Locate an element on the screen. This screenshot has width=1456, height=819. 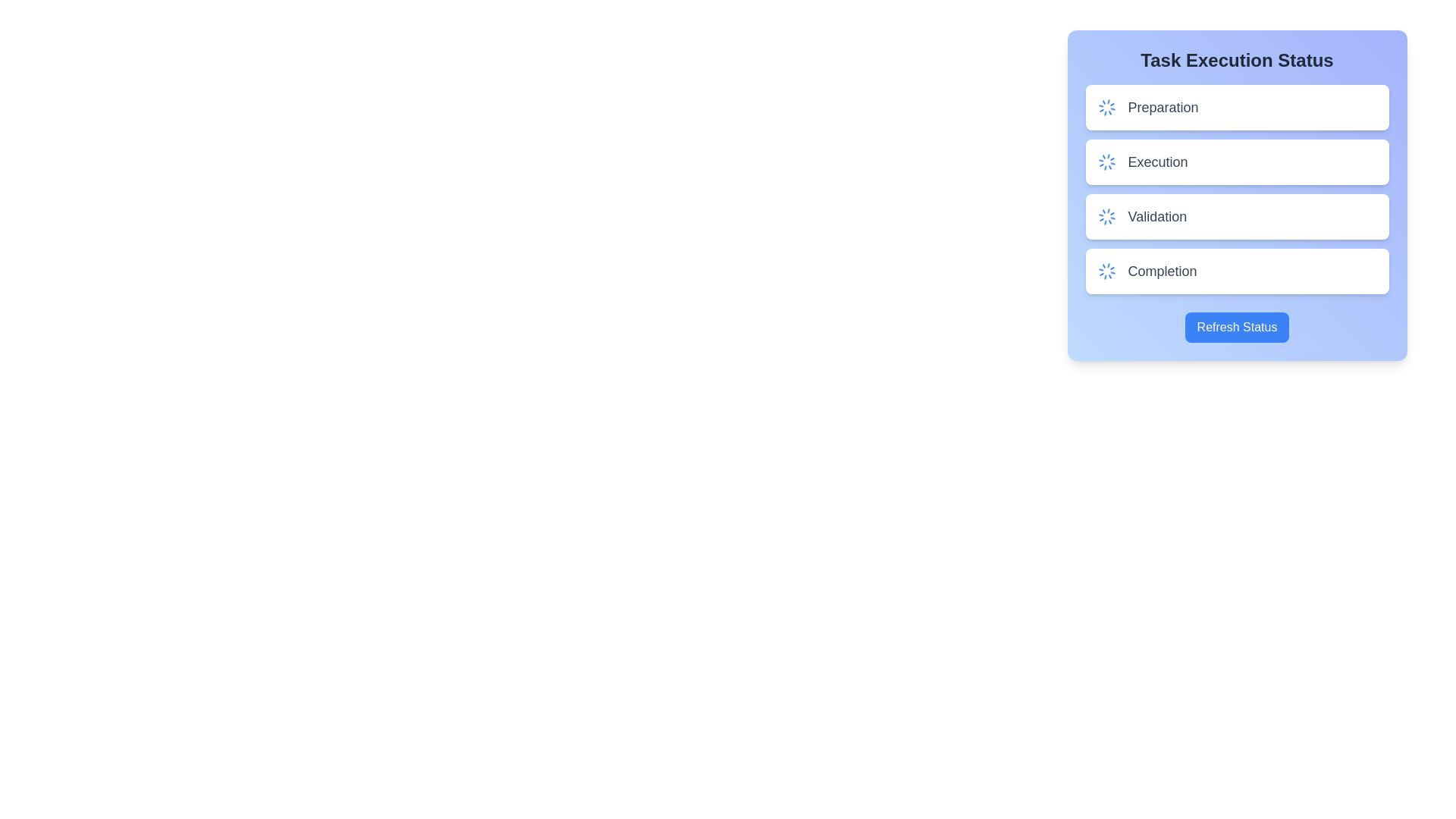
third white card labeled 'Validation' in the Status card, which is part of a vertically aligned sequence of four cards displaying task execution statuses is located at coordinates (1237, 195).